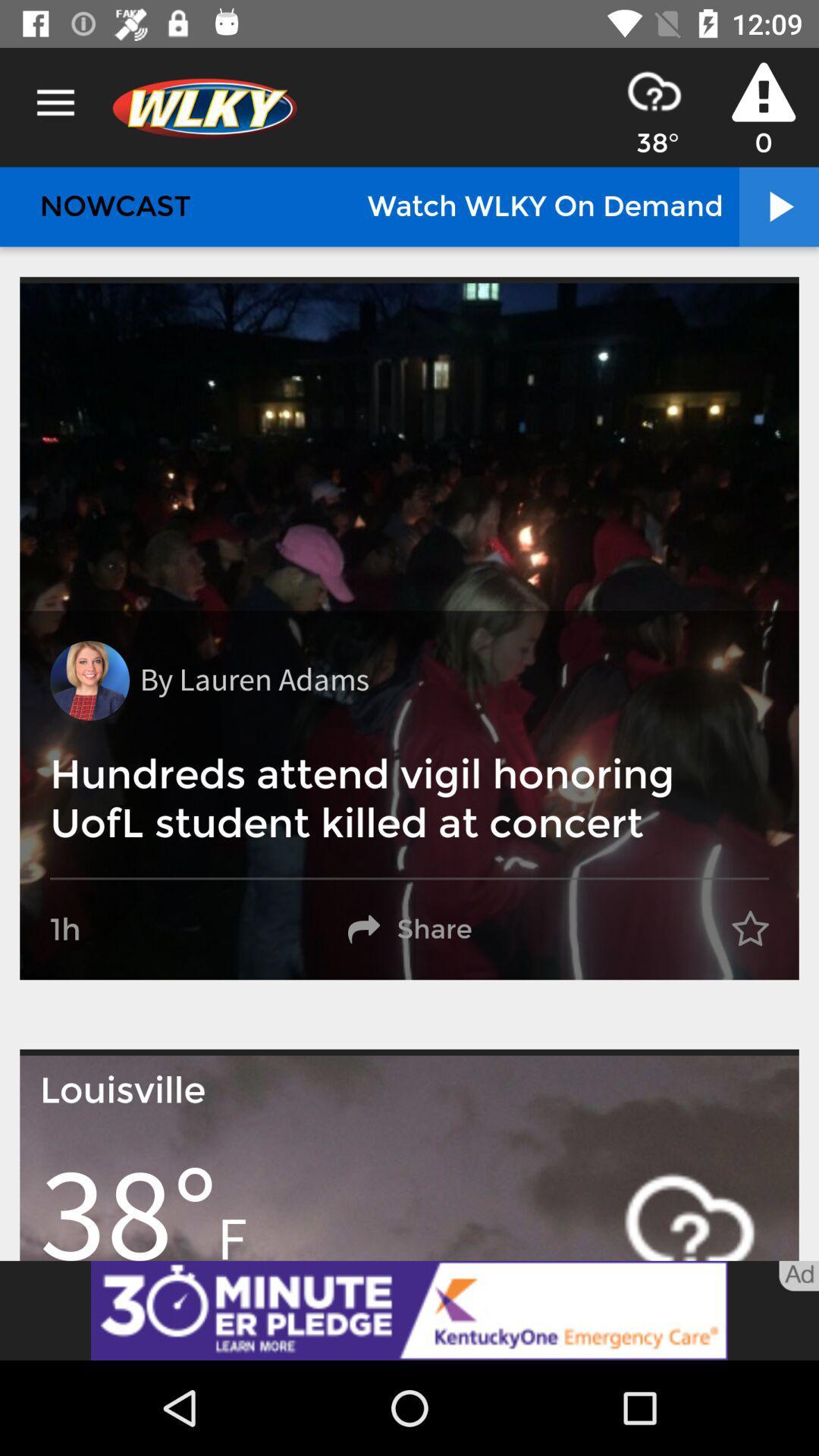  What do you see at coordinates (409, 1310) in the screenshot?
I see `click the advertisement` at bounding box center [409, 1310].